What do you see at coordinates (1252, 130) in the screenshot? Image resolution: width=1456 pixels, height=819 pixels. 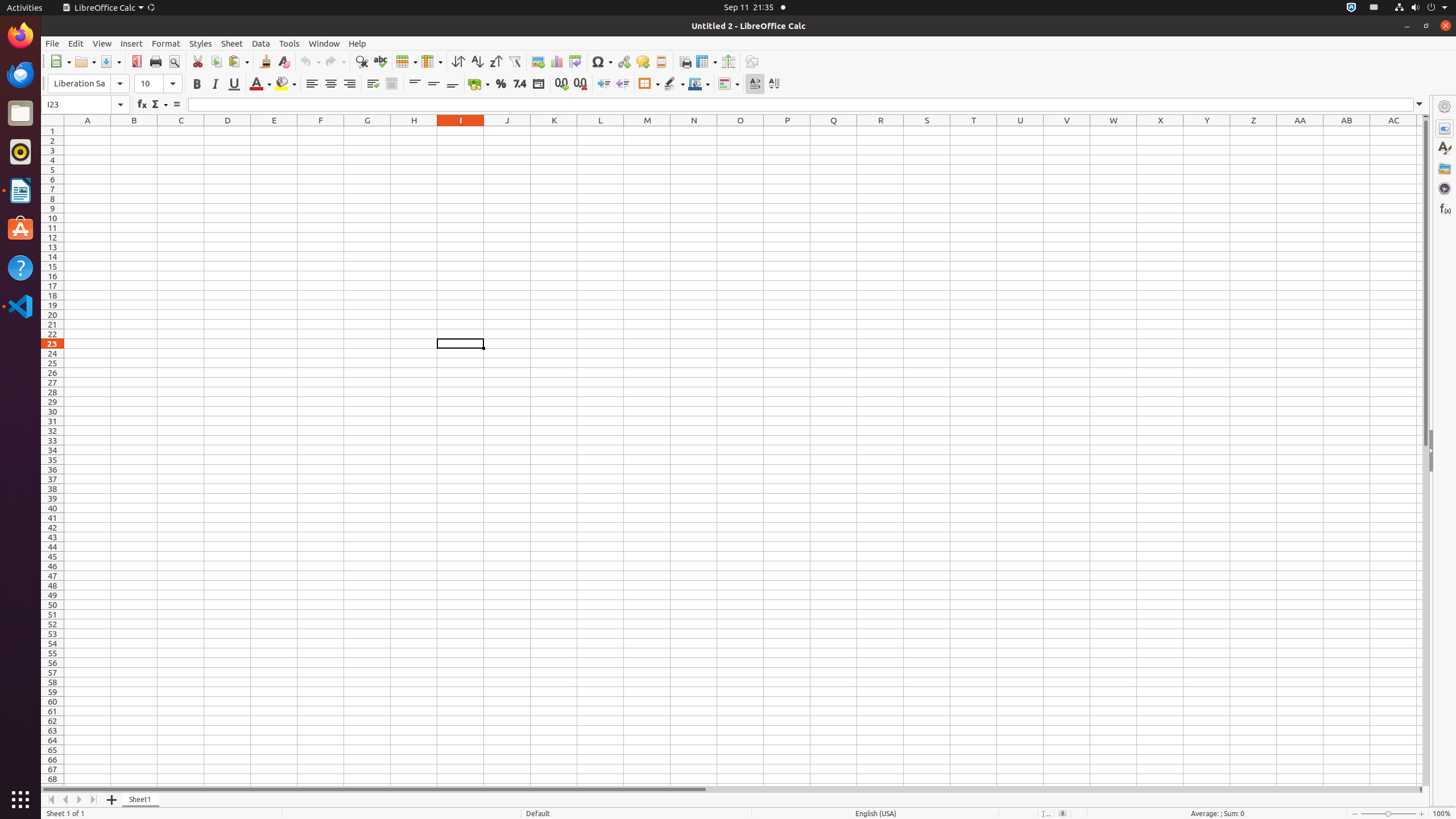 I see `'Z1'` at bounding box center [1252, 130].